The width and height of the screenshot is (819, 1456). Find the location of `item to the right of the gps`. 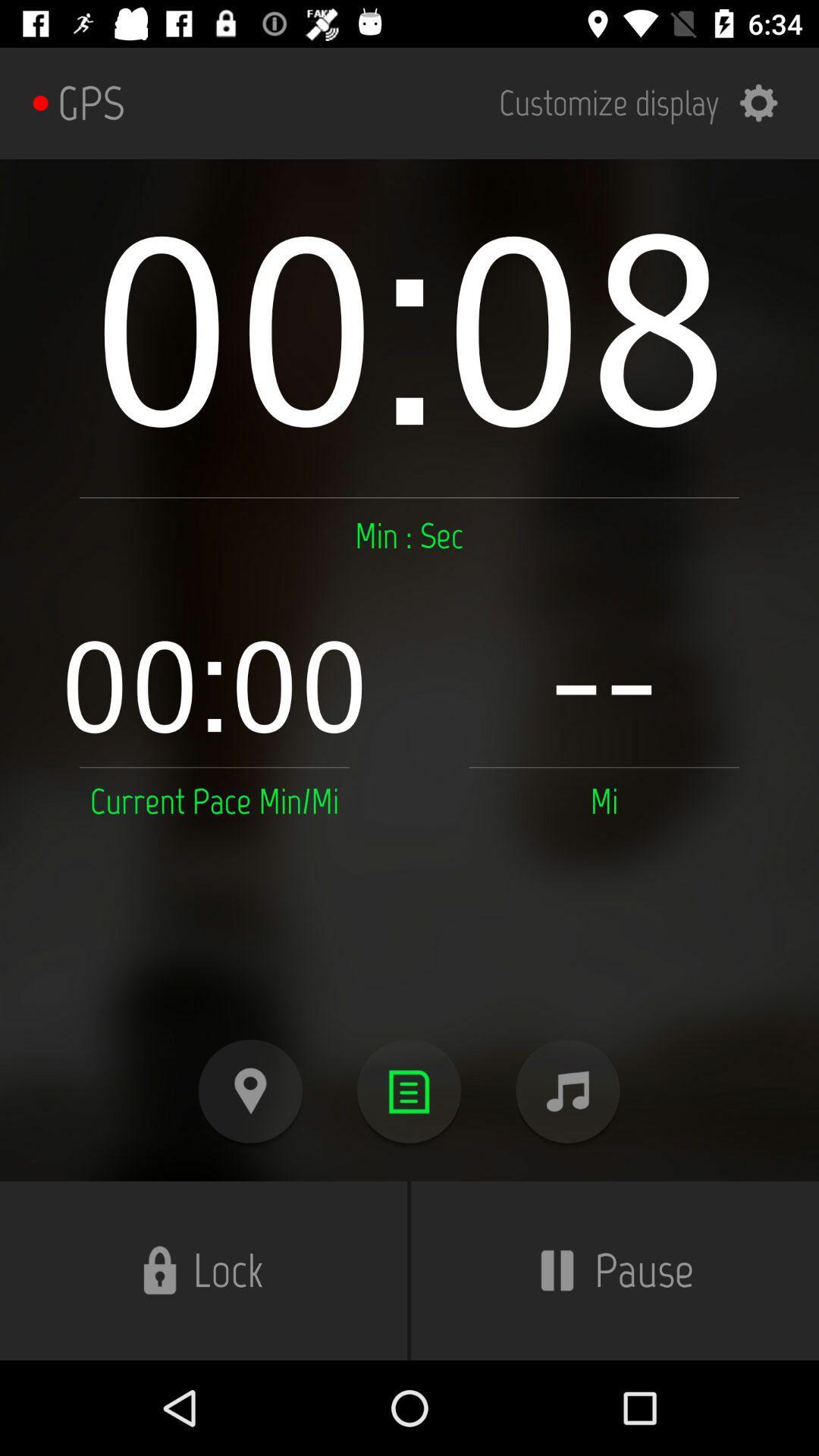

item to the right of the gps is located at coordinates (648, 102).